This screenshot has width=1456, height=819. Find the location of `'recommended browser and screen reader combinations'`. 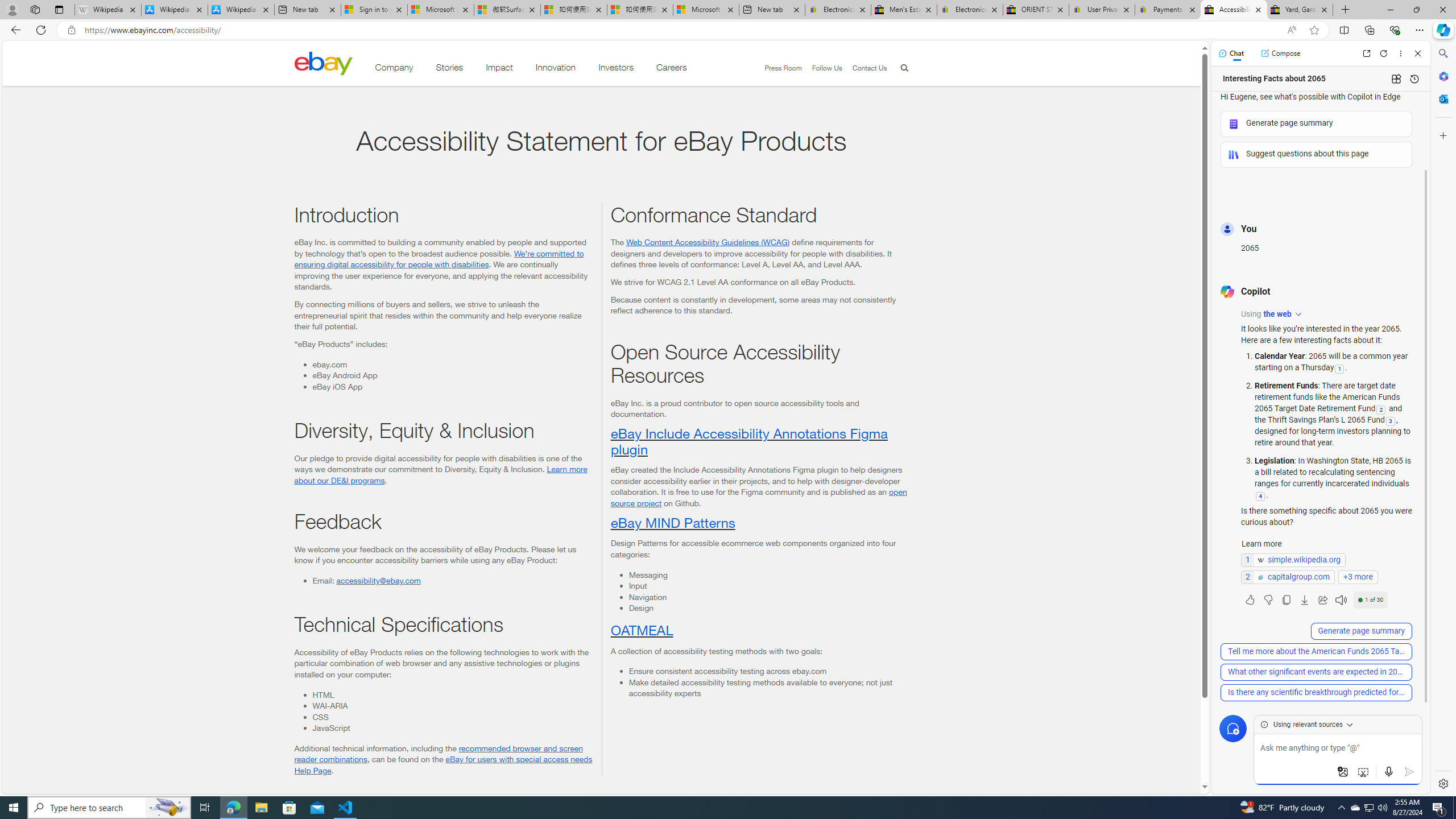

'recommended browser and screen reader combinations' is located at coordinates (438, 753).